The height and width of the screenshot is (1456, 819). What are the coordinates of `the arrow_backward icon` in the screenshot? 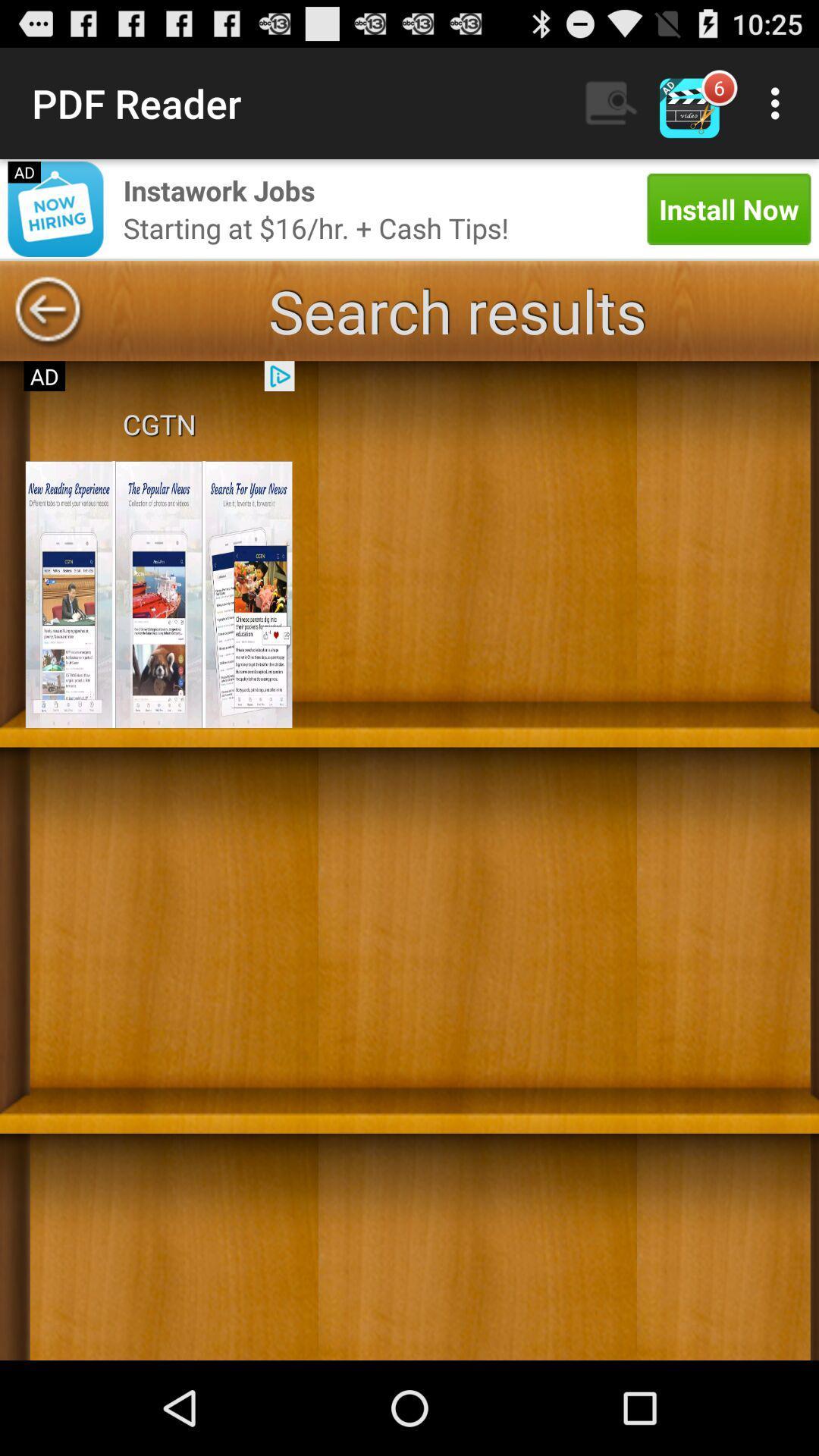 It's located at (46, 332).